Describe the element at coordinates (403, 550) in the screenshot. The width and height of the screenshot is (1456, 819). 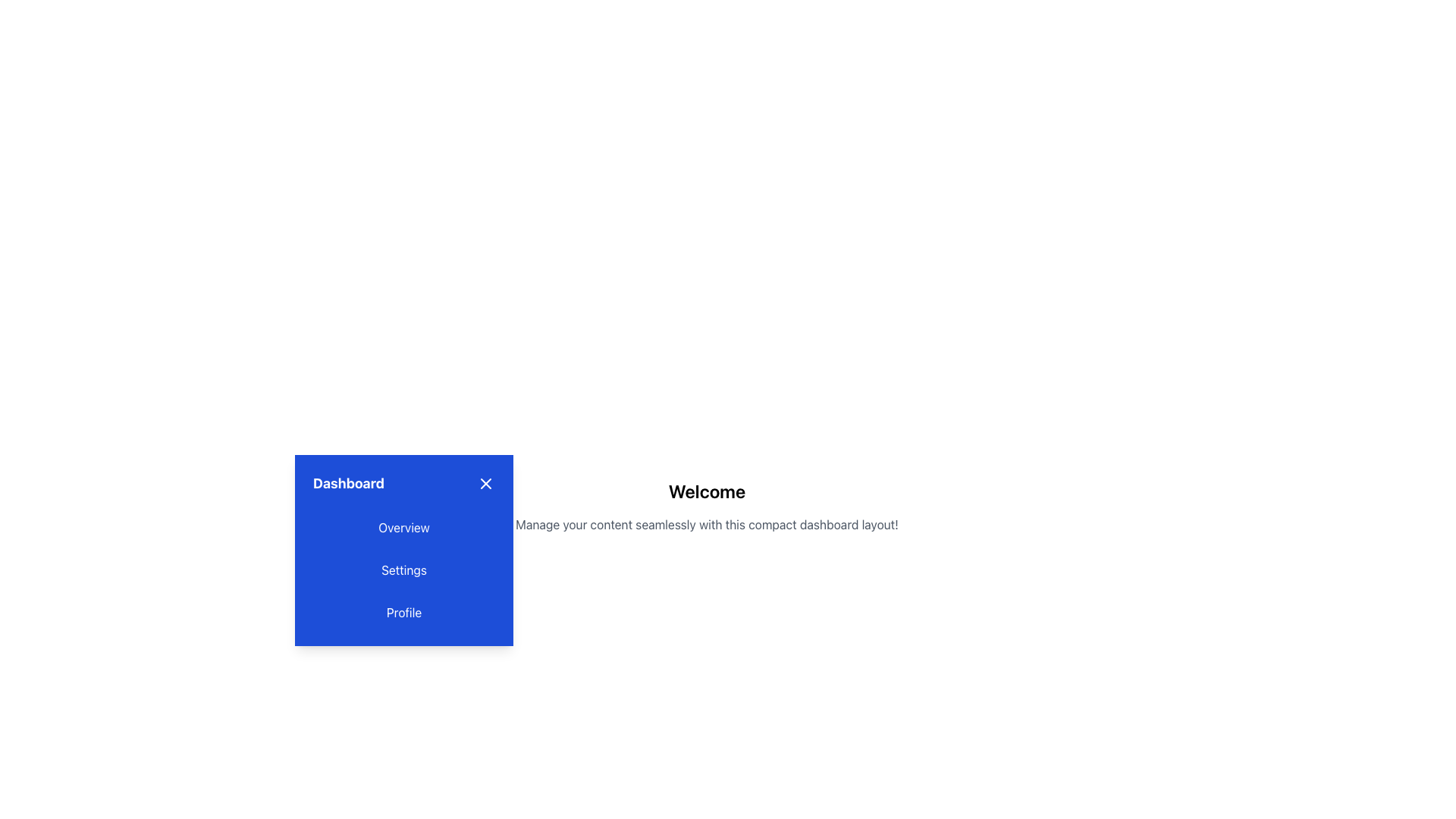
I see `the vertical Navigation menu component` at that location.